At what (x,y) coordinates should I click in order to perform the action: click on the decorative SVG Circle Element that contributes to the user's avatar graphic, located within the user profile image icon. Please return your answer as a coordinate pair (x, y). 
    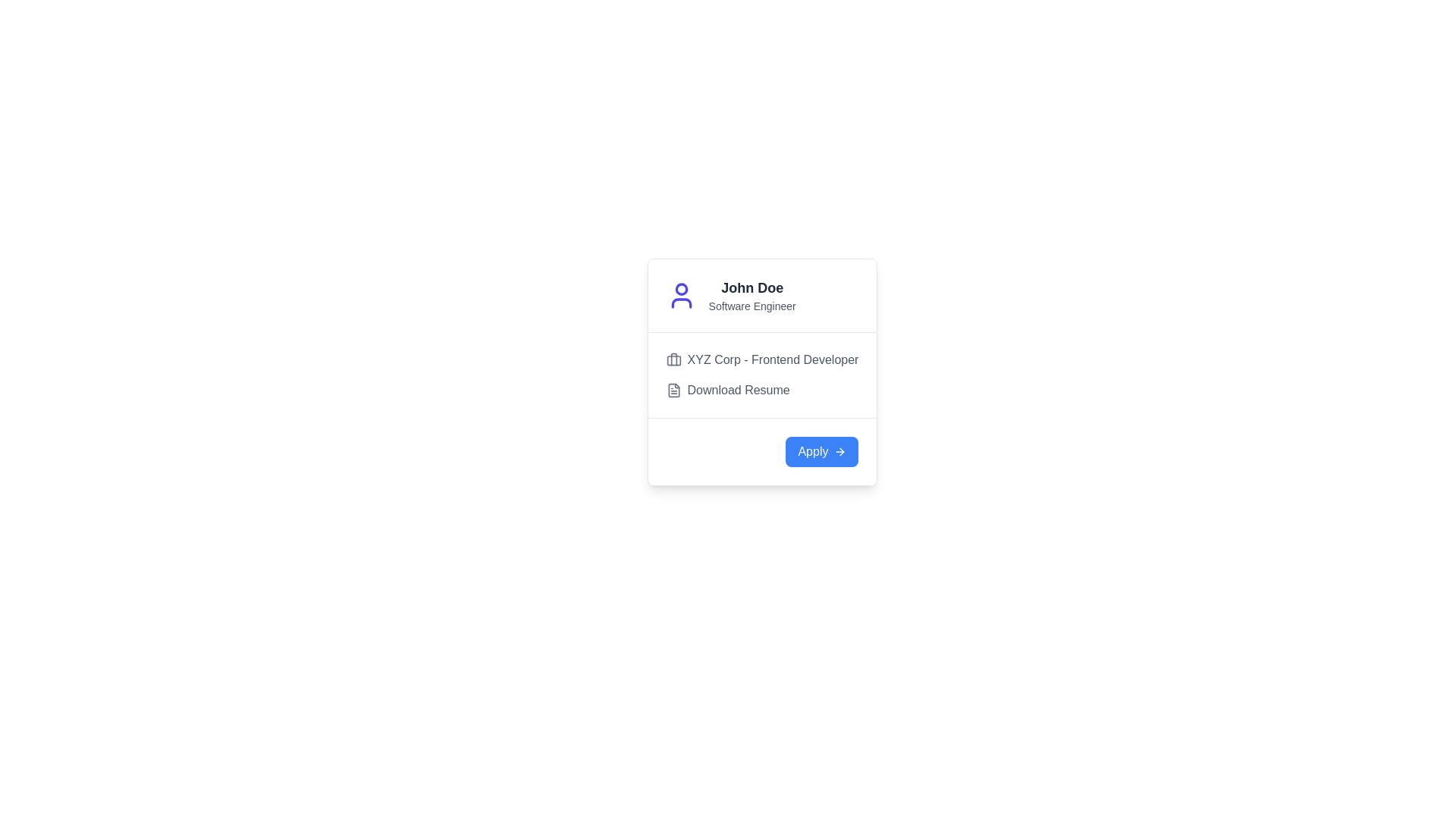
    Looking at the image, I should click on (680, 289).